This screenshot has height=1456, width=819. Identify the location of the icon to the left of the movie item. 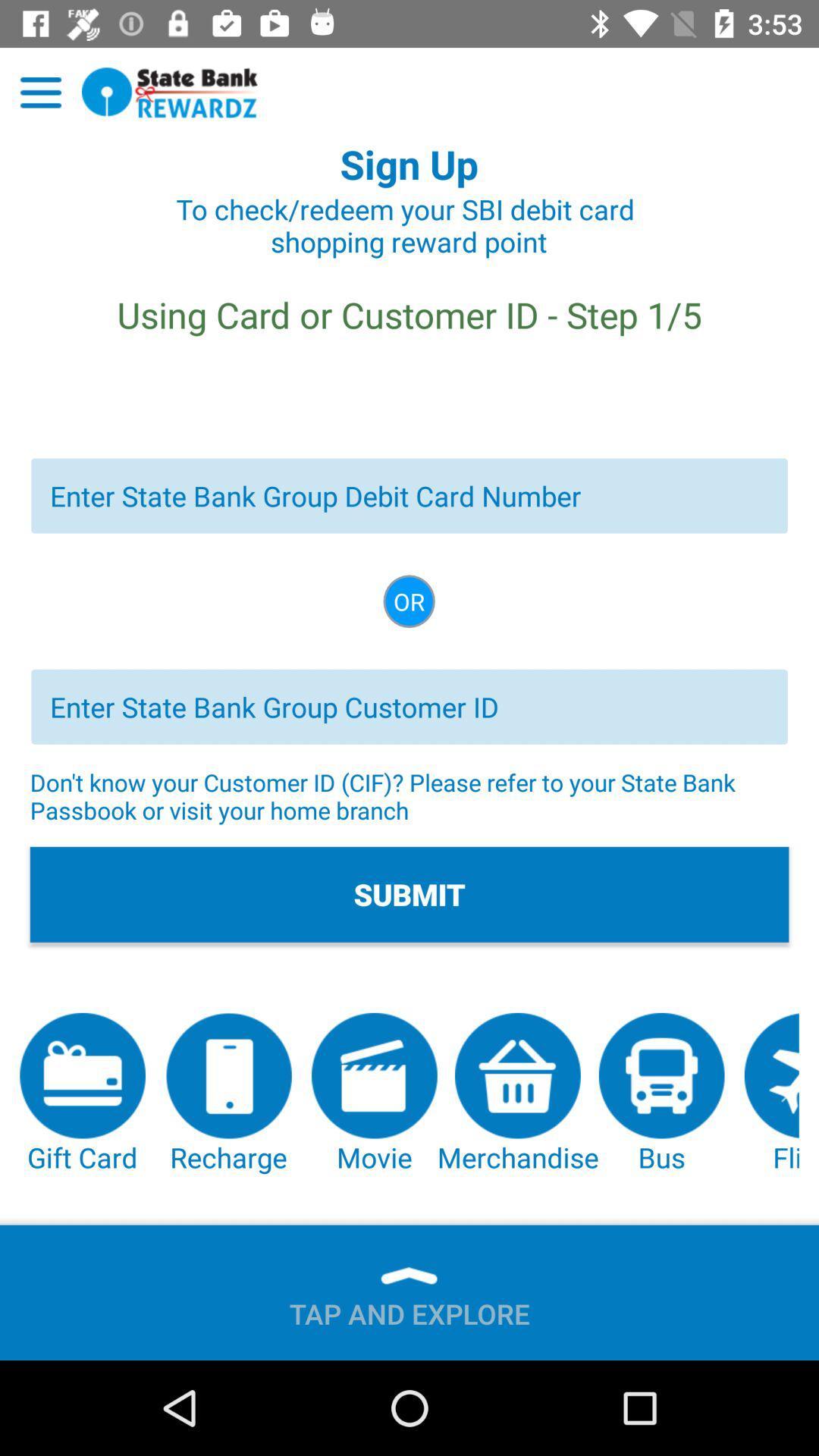
(228, 1094).